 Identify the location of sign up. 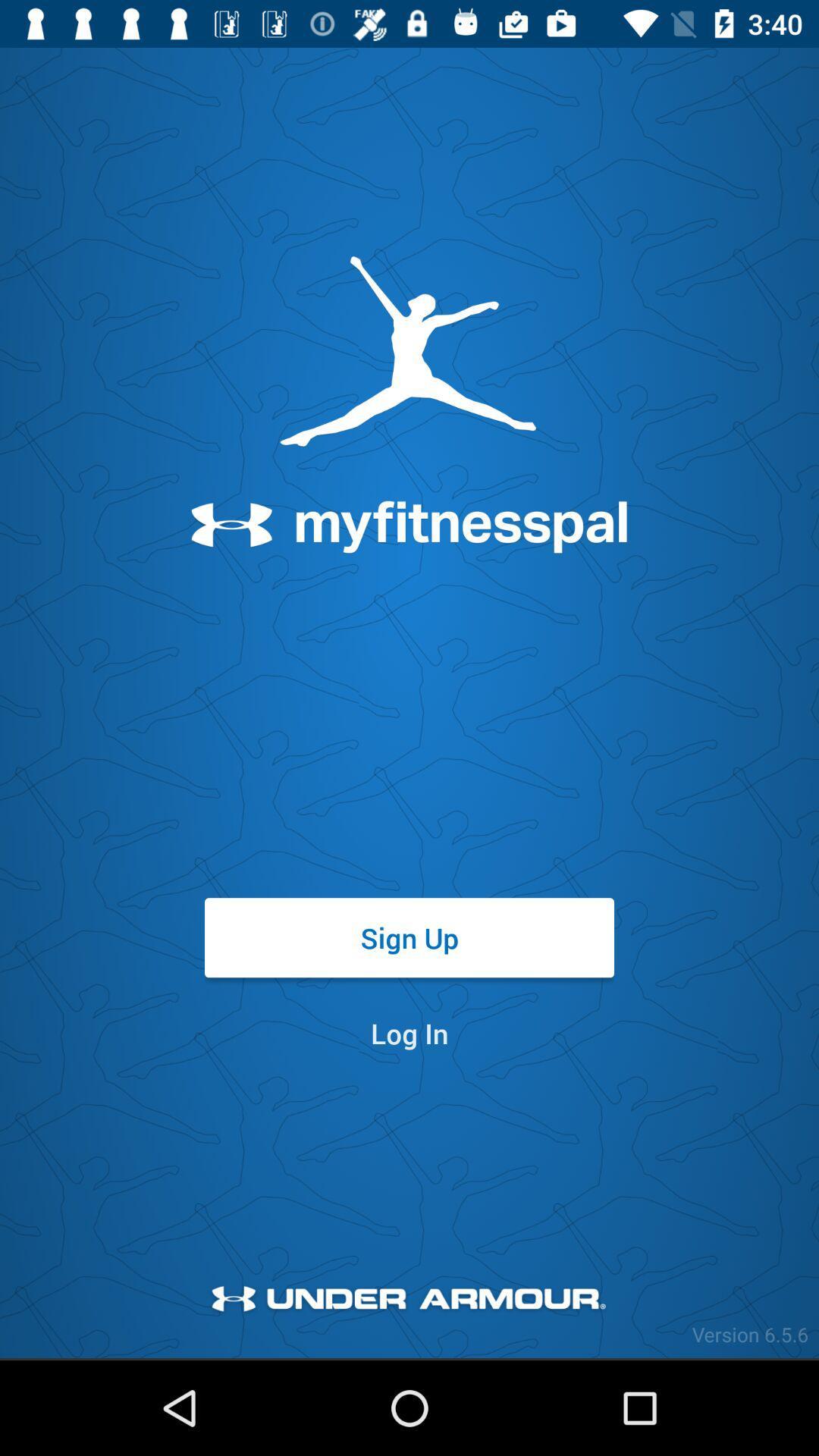
(409, 937).